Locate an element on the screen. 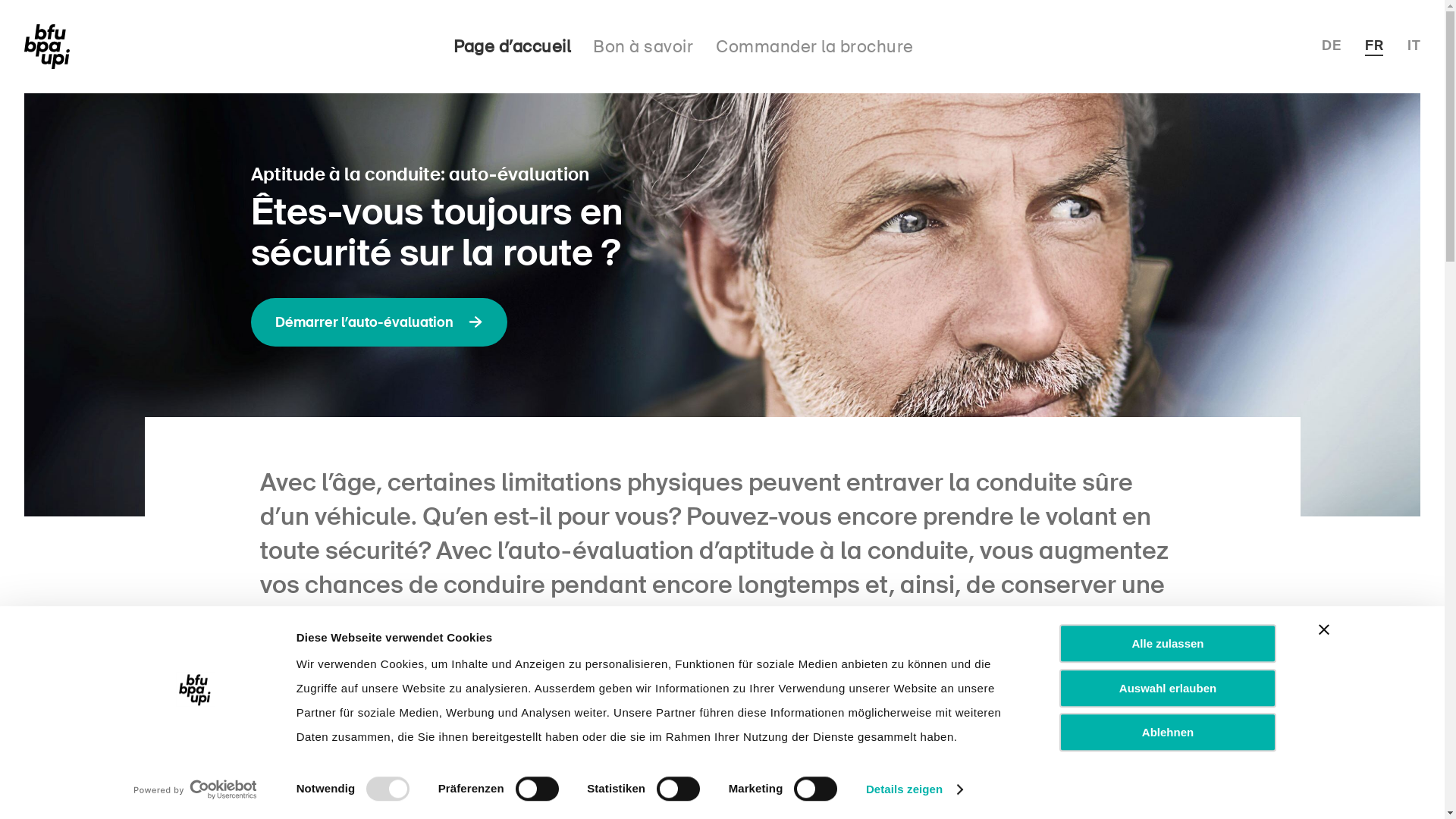  'Alle zulassen' is located at coordinates (1167, 643).